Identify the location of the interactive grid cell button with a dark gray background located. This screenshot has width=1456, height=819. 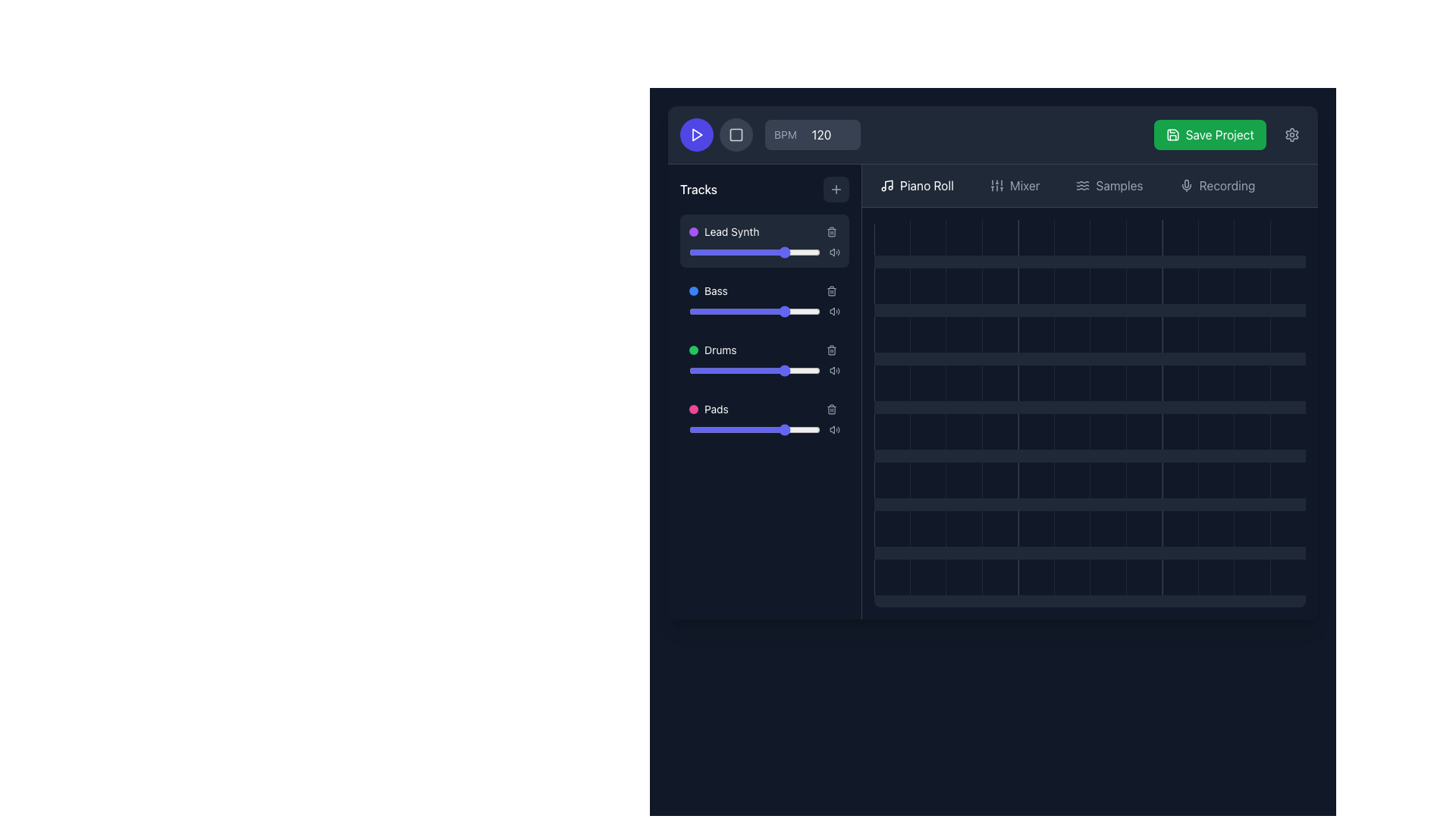
(1179, 334).